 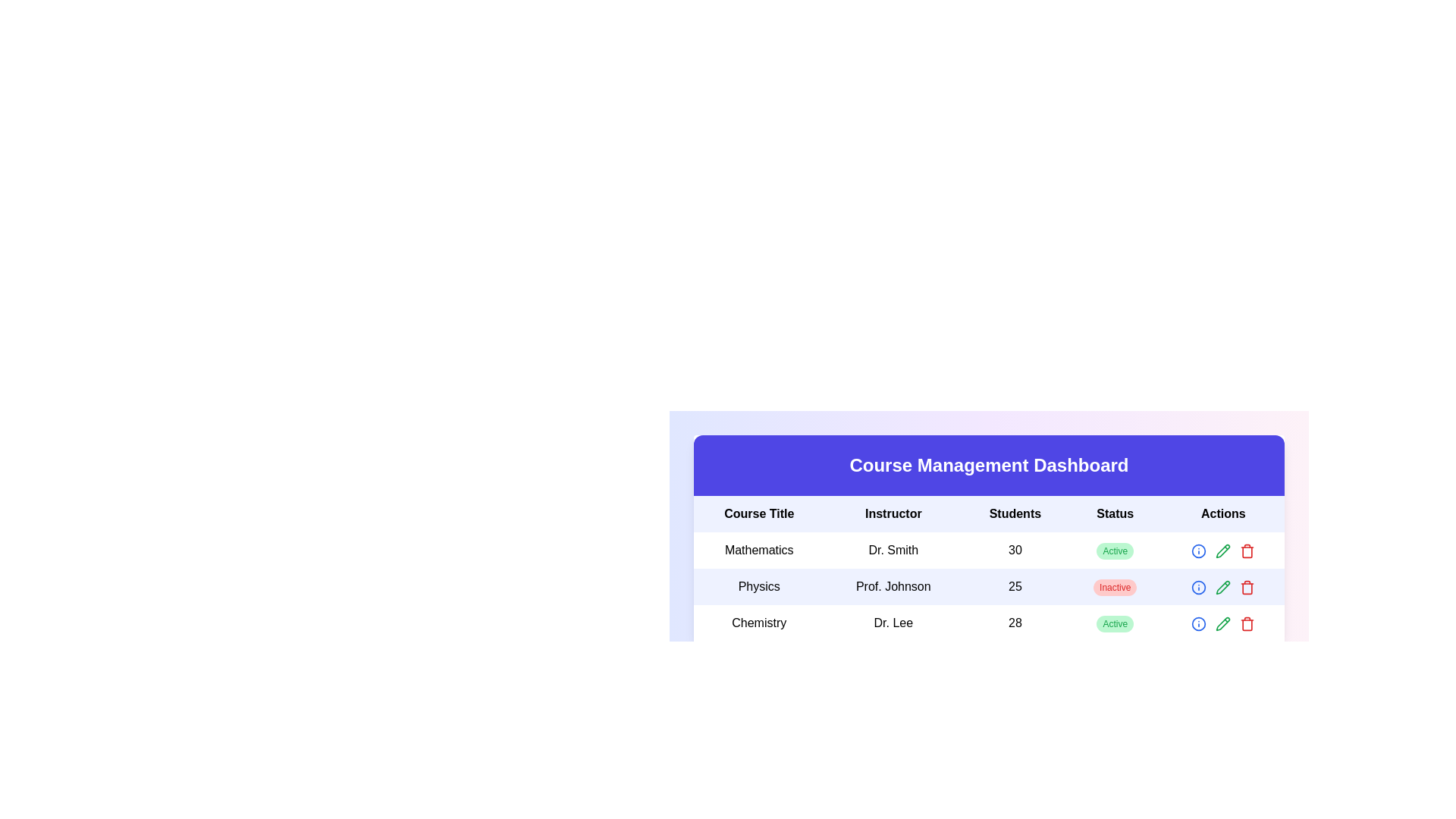 I want to click on instructor's name 'Dr. Smith' displayed in the Text label which is the second cell in the row for 'Mathematics' under the 'Instructor' column, so click(x=893, y=550).